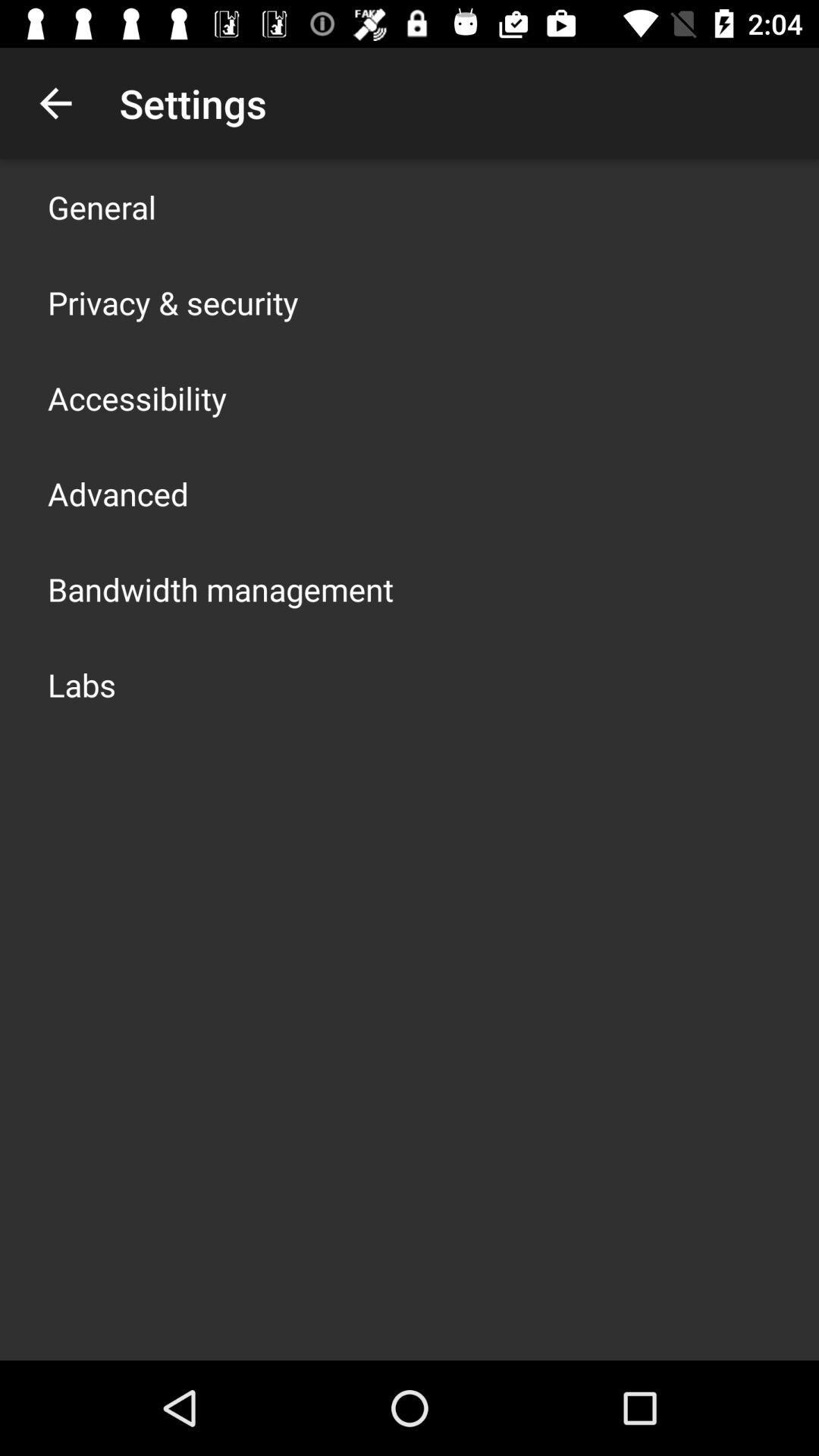 The height and width of the screenshot is (1456, 819). I want to click on item above the accessibility item, so click(172, 302).